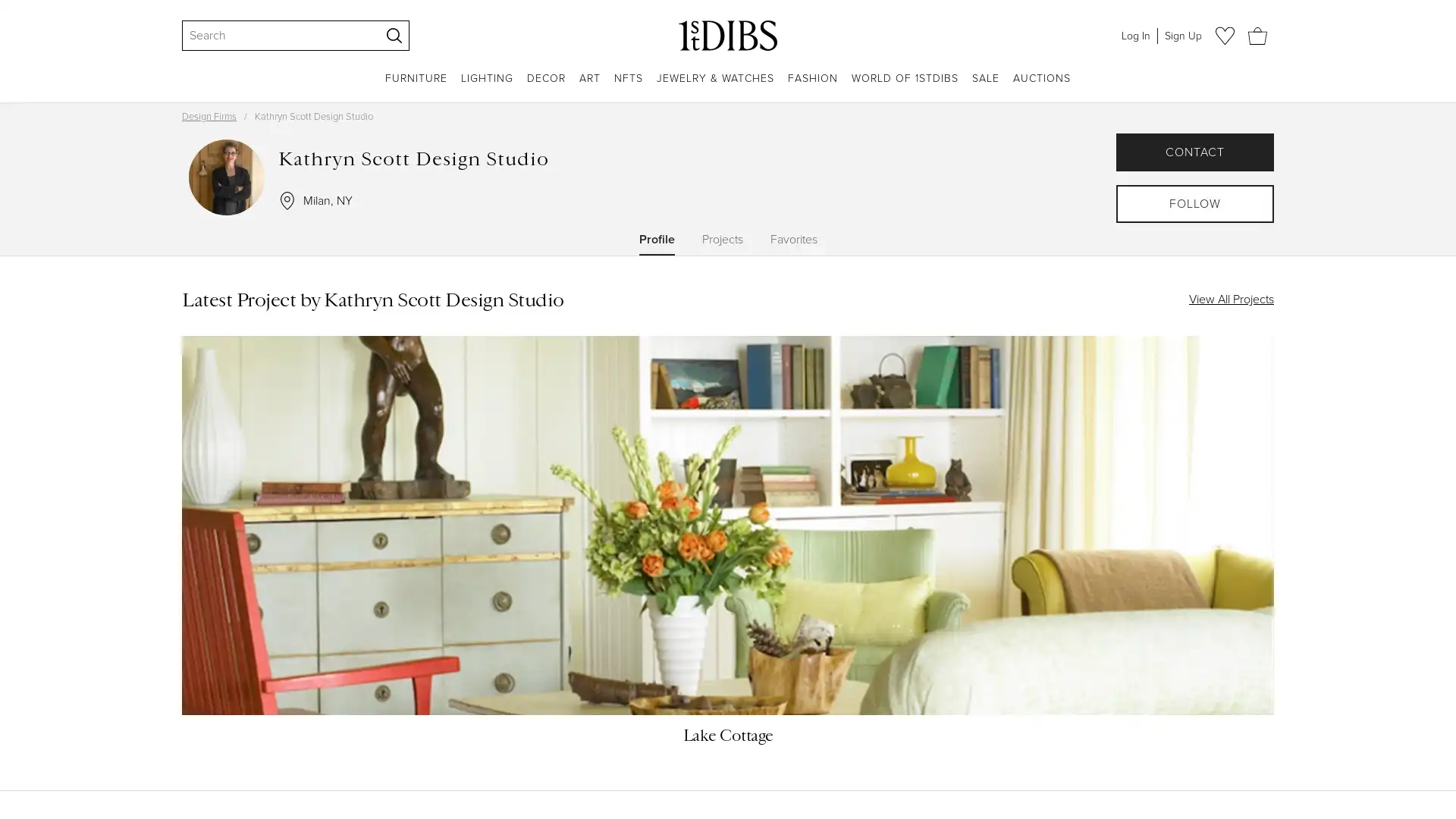 Image resolution: width=1456 pixels, height=819 pixels. What do you see at coordinates (1194, 152) in the screenshot?
I see `CONTACT` at bounding box center [1194, 152].